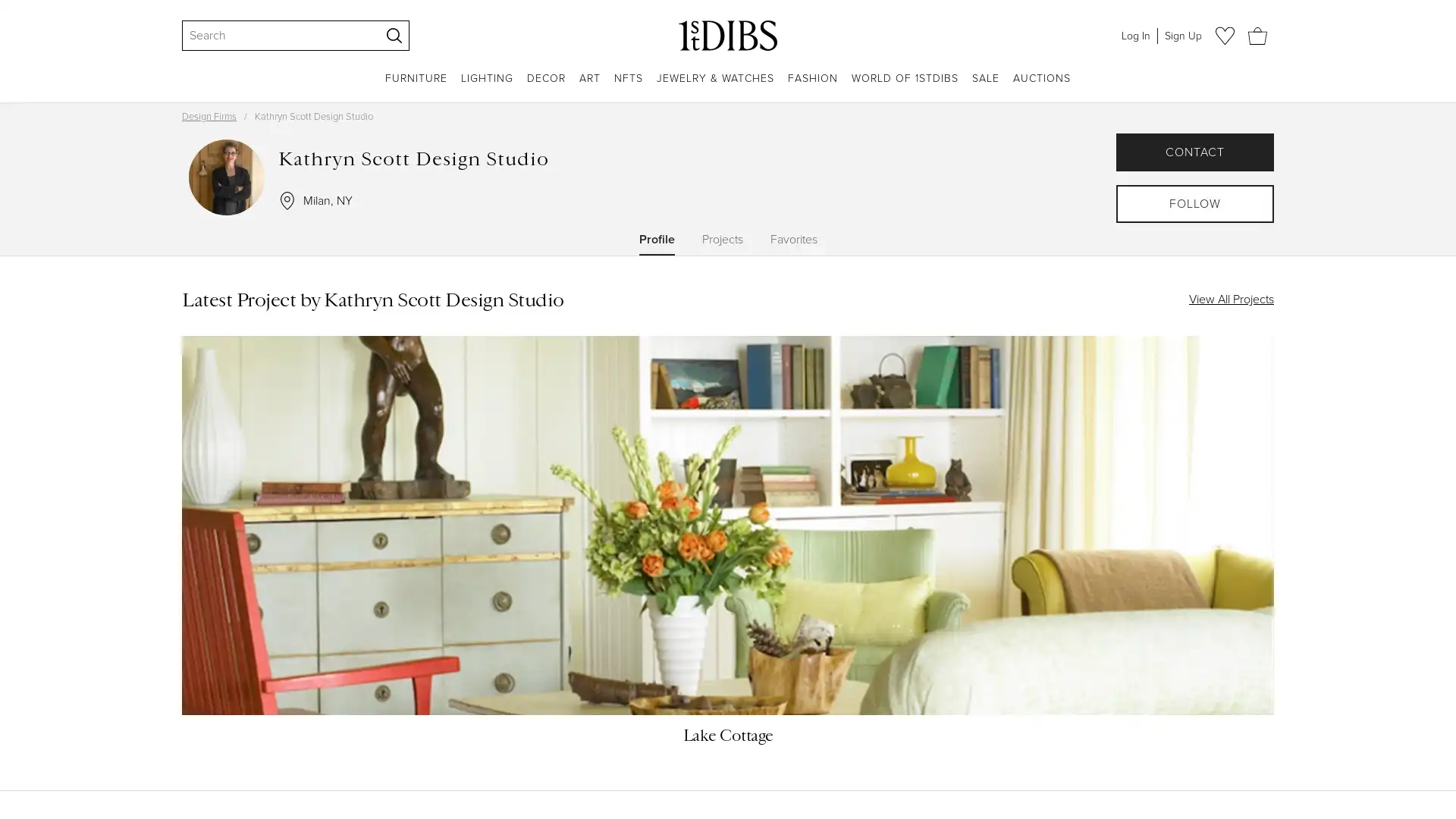 Image resolution: width=1456 pixels, height=819 pixels. What do you see at coordinates (1194, 152) in the screenshot?
I see `CONTACT` at bounding box center [1194, 152].